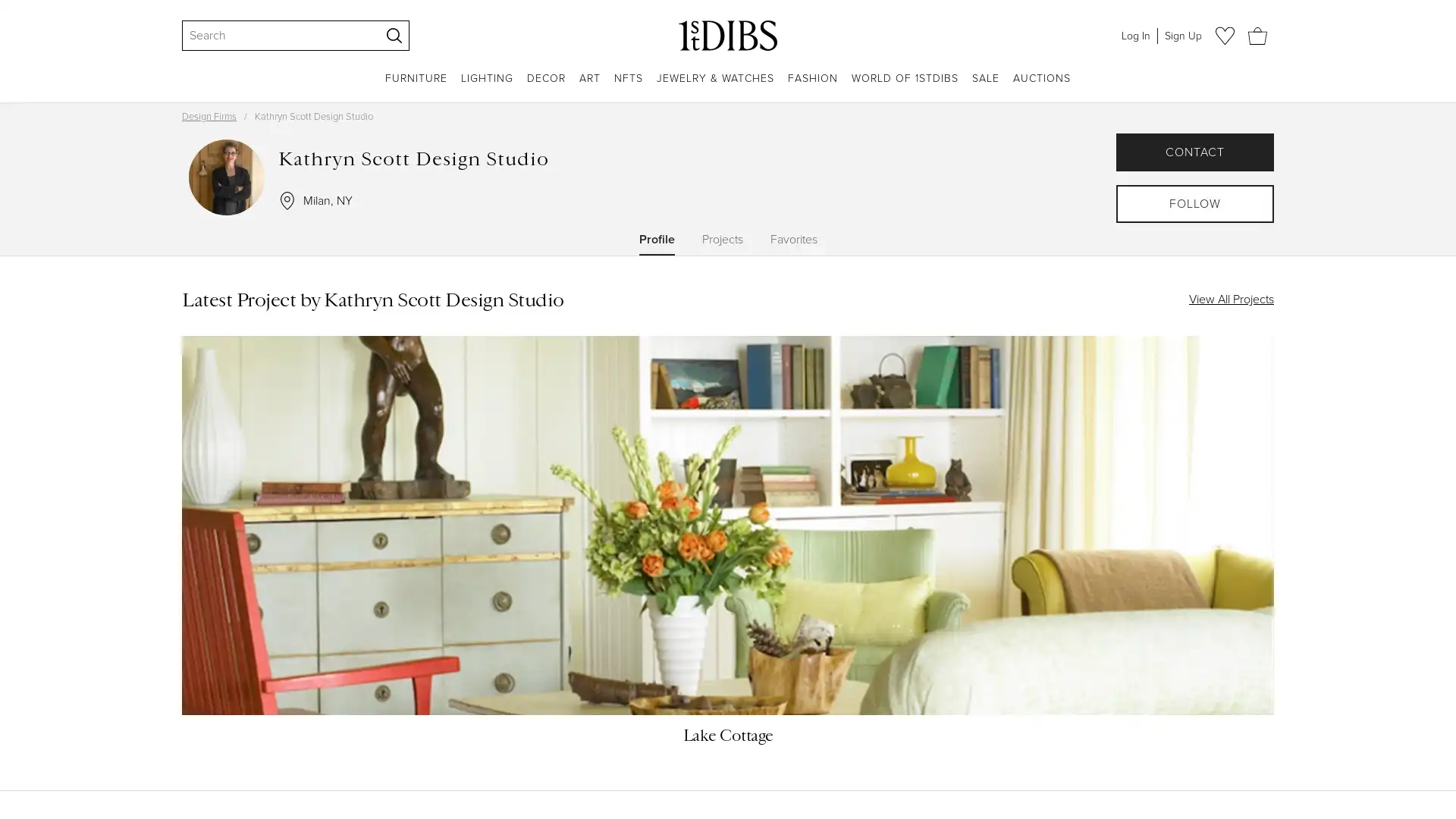 Image resolution: width=1456 pixels, height=819 pixels. What do you see at coordinates (1194, 152) in the screenshot?
I see `CONTACT` at bounding box center [1194, 152].